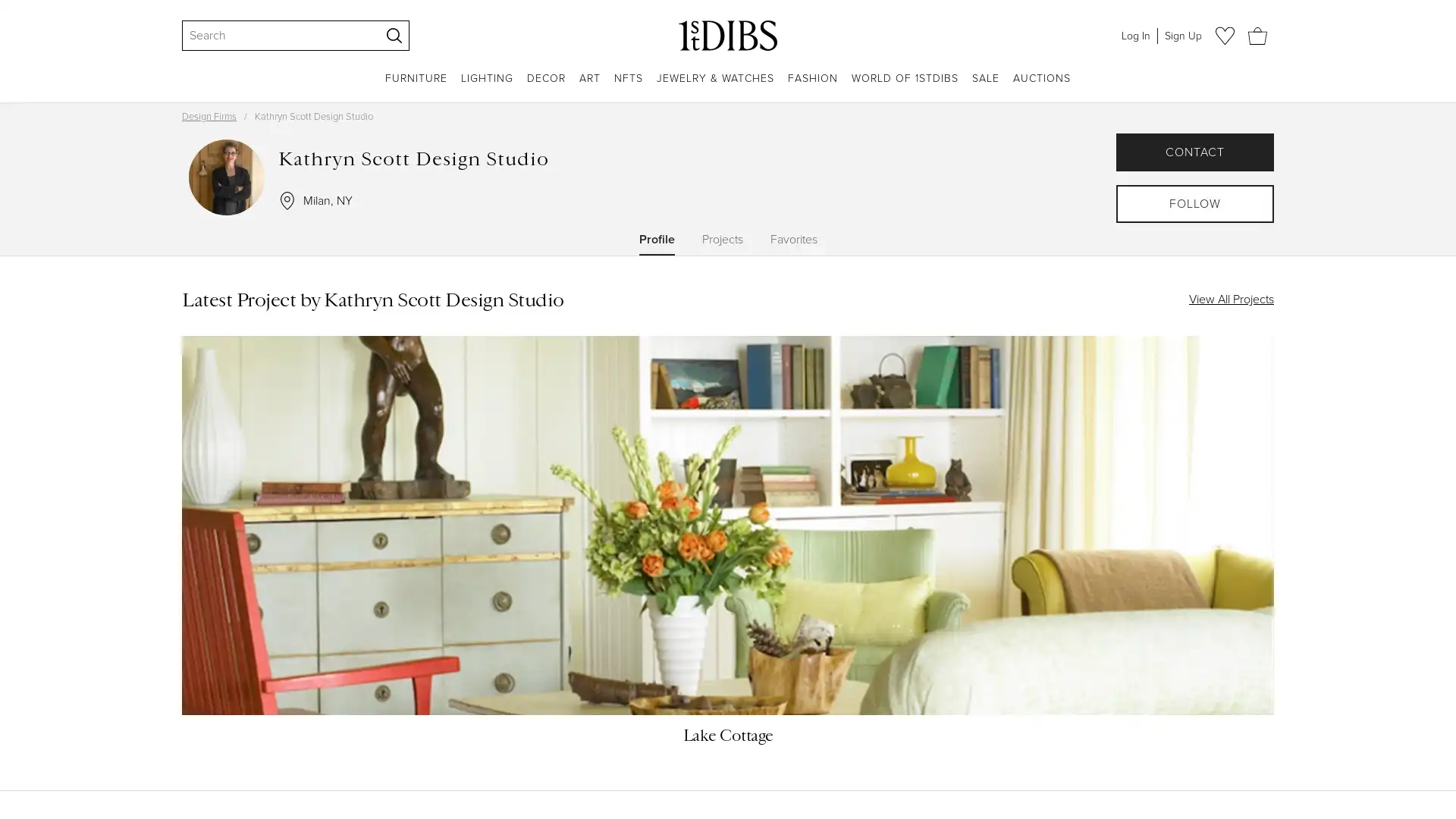 Image resolution: width=1456 pixels, height=819 pixels. What do you see at coordinates (1194, 152) in the screenshot?
I see `CONTACT` at bounding box center [1194, 152].